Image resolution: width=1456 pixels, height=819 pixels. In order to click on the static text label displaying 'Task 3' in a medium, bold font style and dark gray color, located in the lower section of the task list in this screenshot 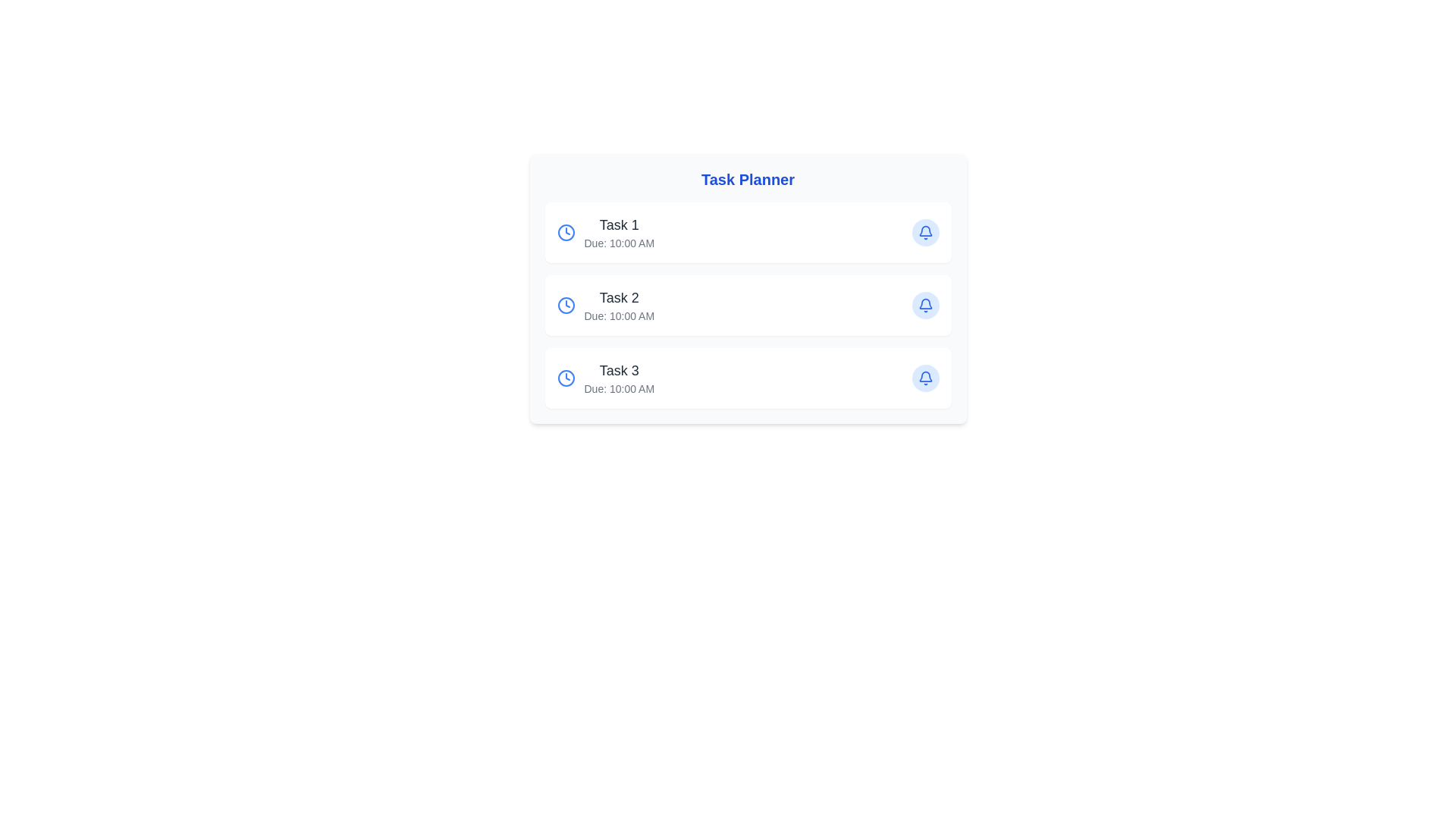, I will do `click(619, 371)`.